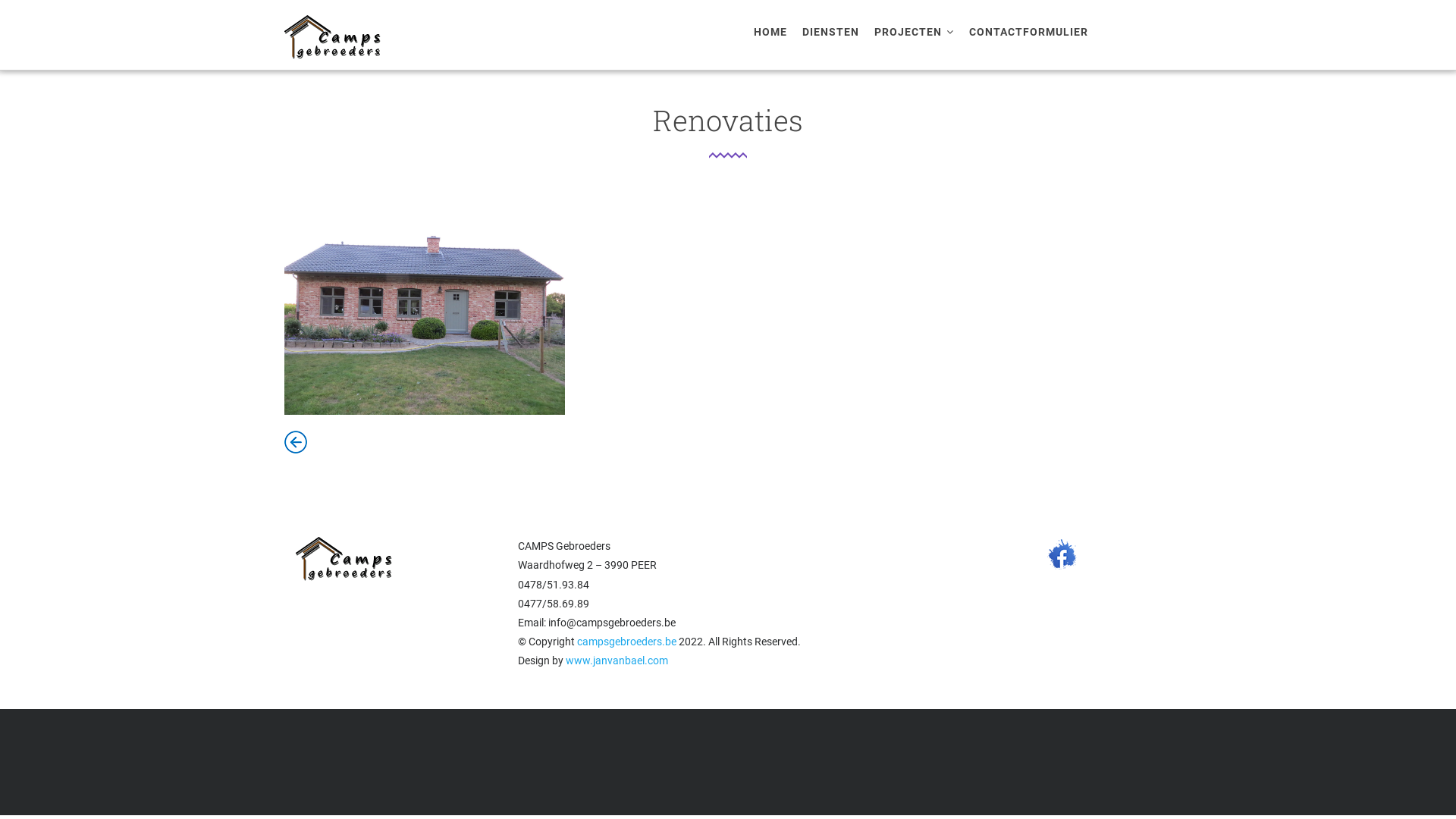  Describe the element at coordinates (626, 641) in the screenshot. I see `'campsgebroeders.be'` at that location.